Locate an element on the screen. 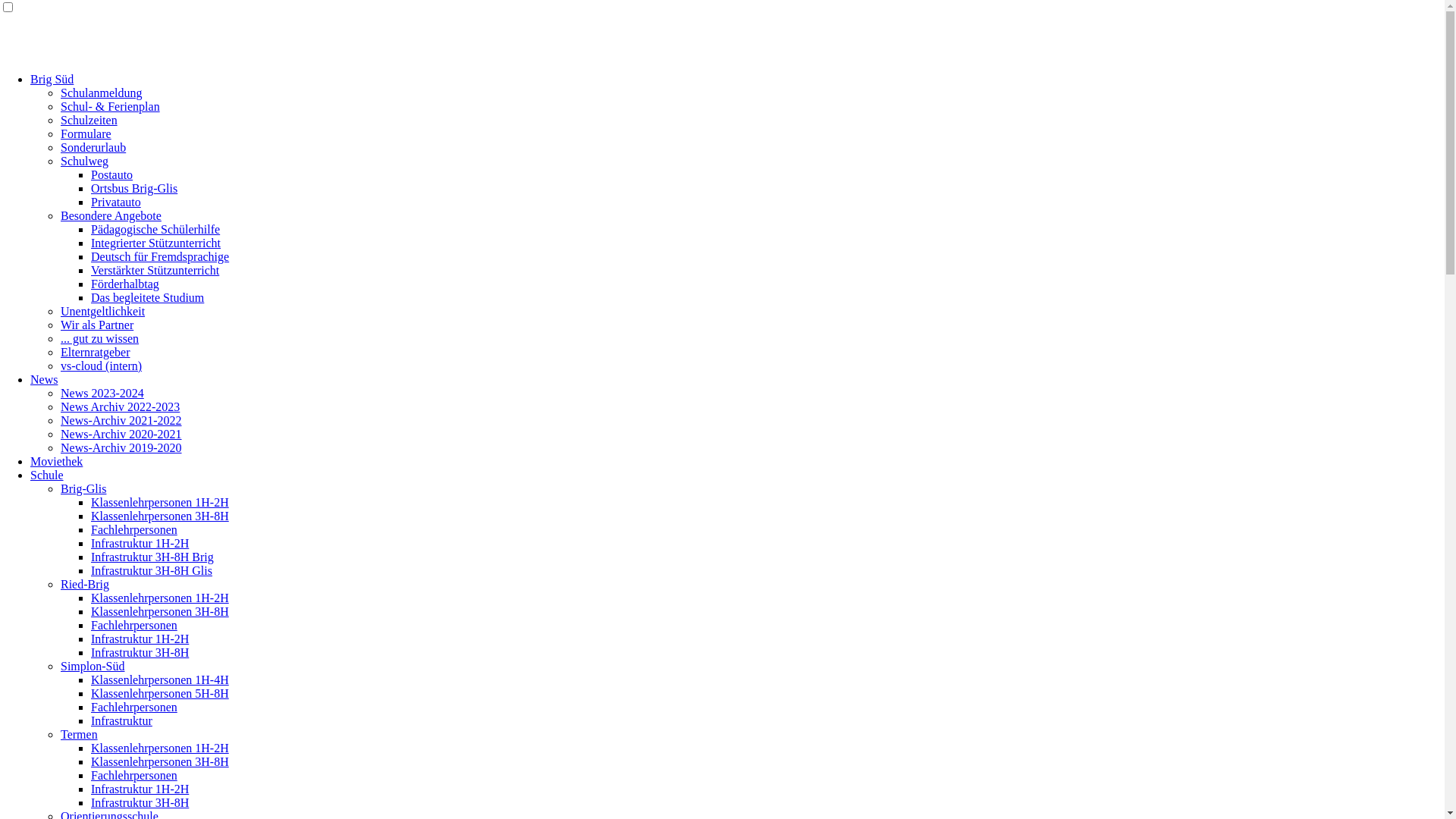 This screenshot has height=819, width=1456. 'Termen' is located at coordinates (78, 733).